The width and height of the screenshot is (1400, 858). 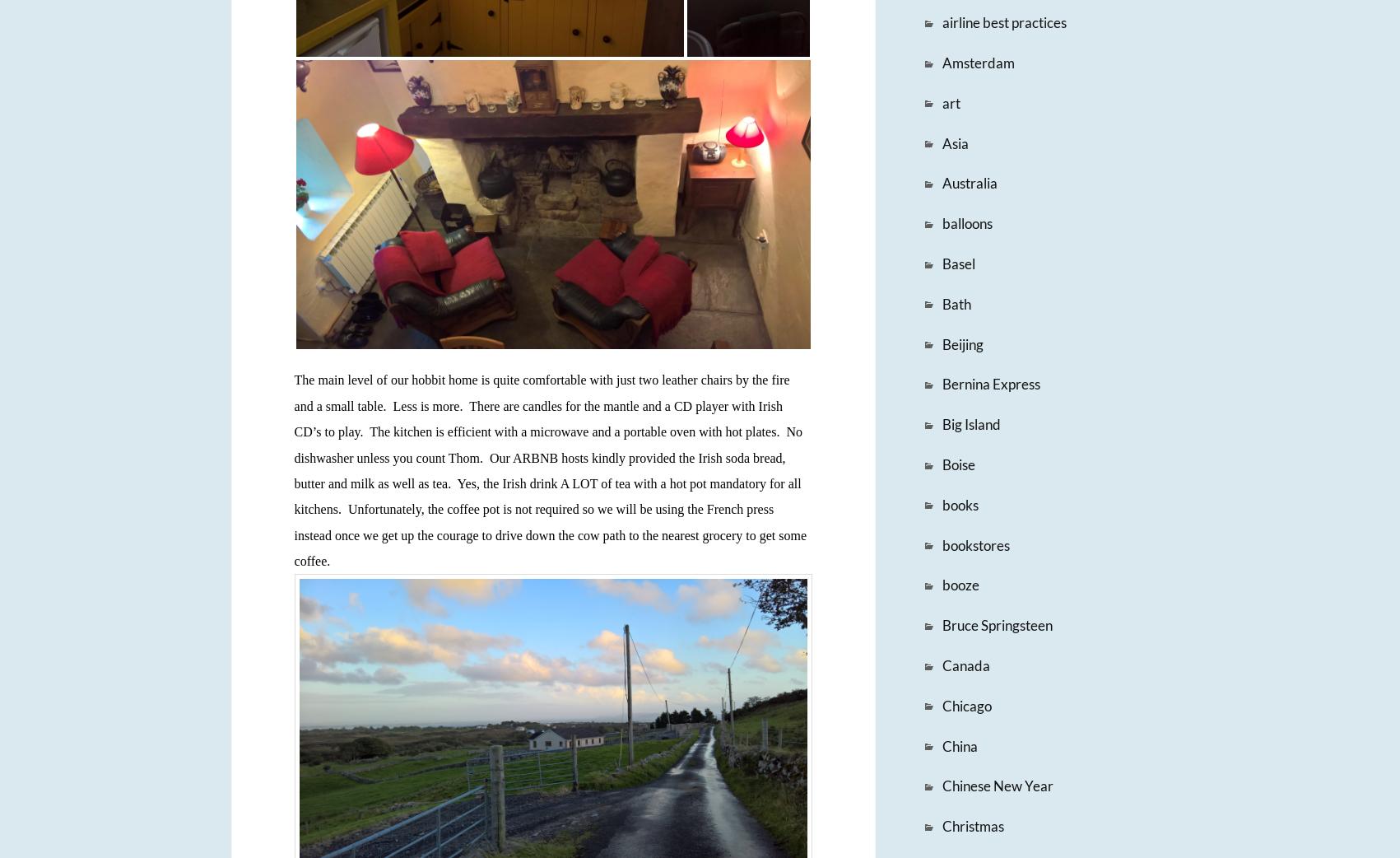 I want to click on 'The kitchen is efficient with a microwave and a portable oven with hot plates.', so click(x=369, y=431).